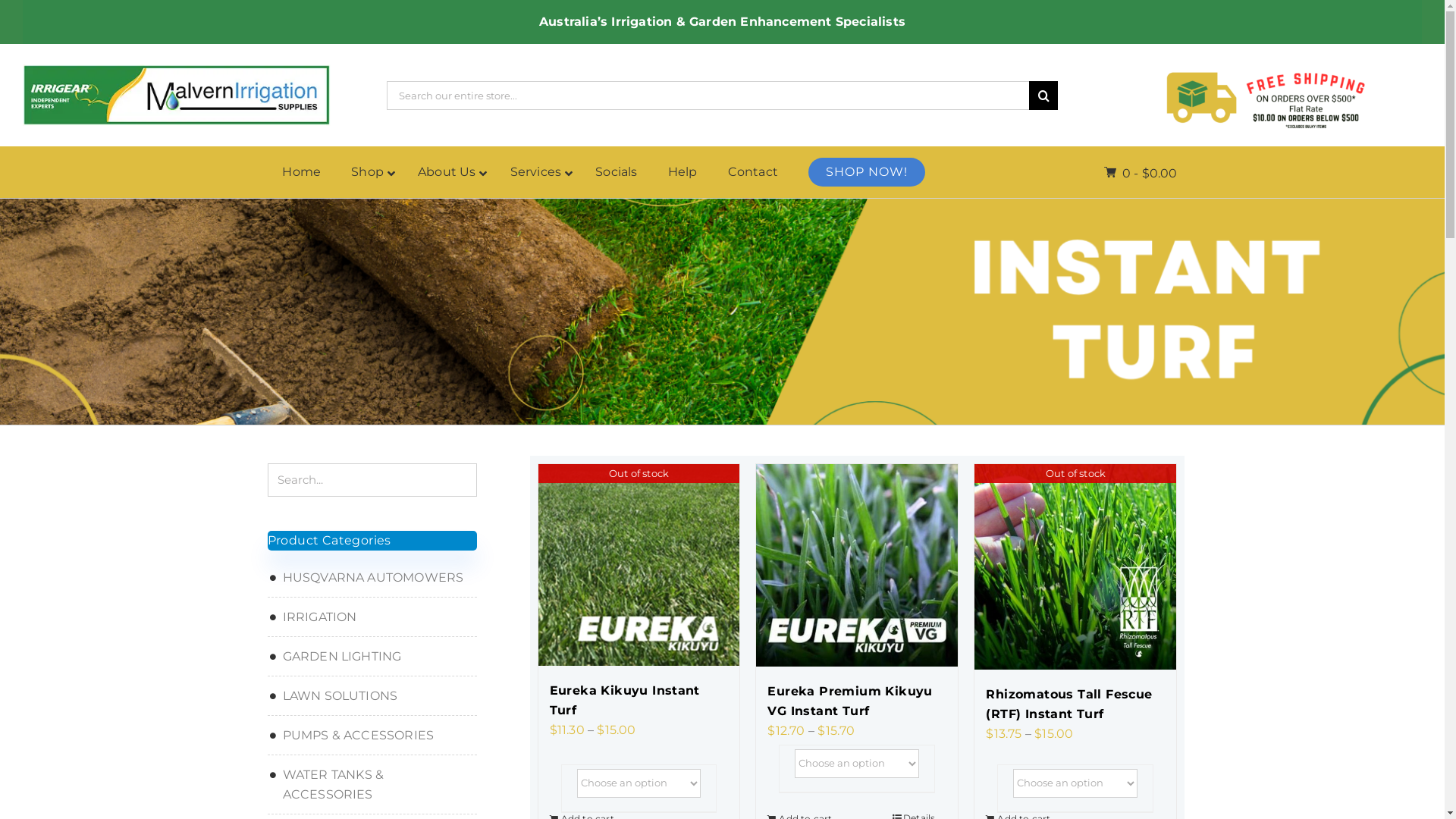 Image resolution: width=1456 pixels, height=819 pixels. What do you see at coordinates (616, 171) in the screenshot?
I see `'Socials'` at bounding box center [616, 171].